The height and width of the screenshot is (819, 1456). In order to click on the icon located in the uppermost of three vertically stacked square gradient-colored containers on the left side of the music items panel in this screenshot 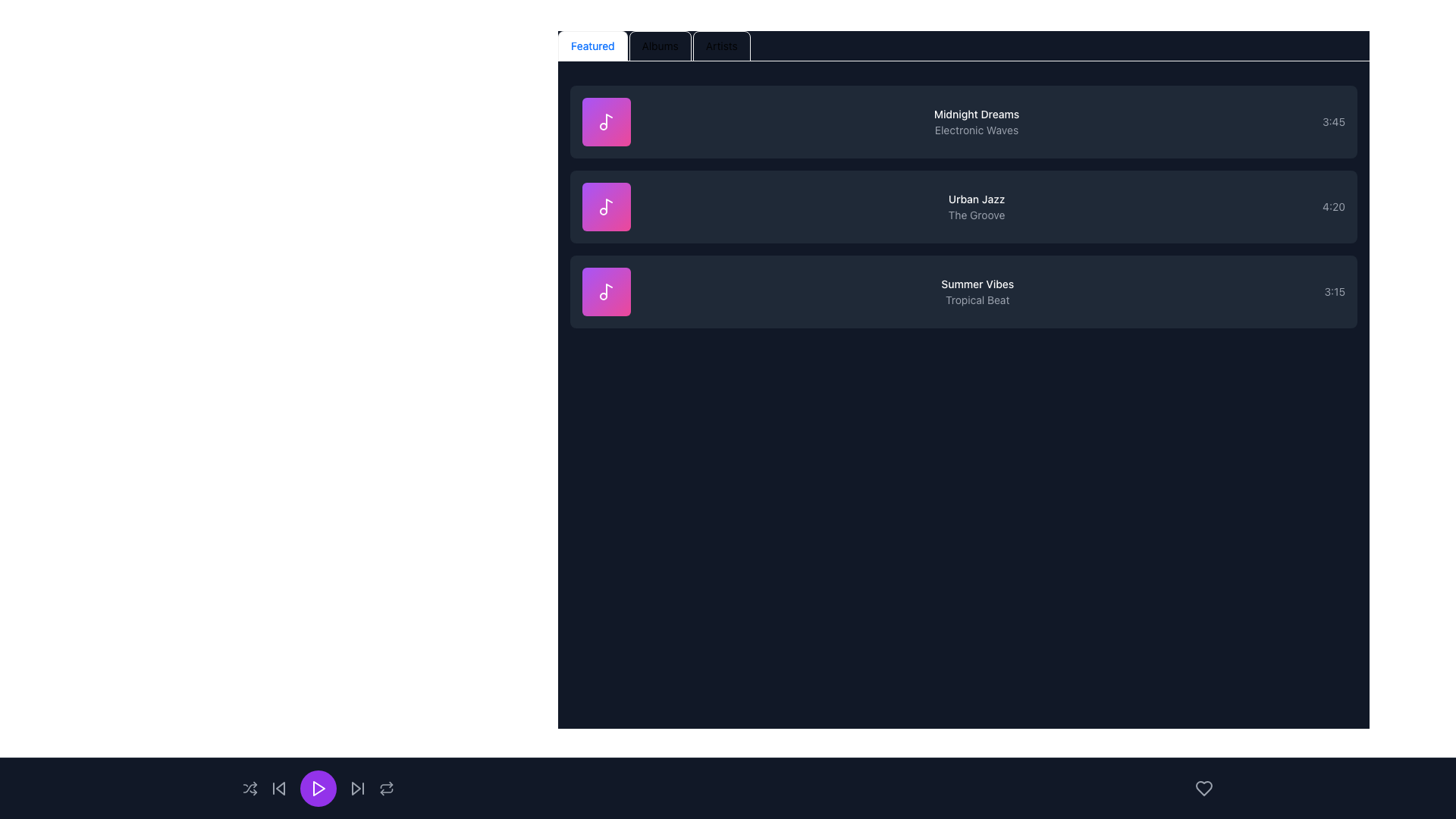, I will do `click(607, 121)`.